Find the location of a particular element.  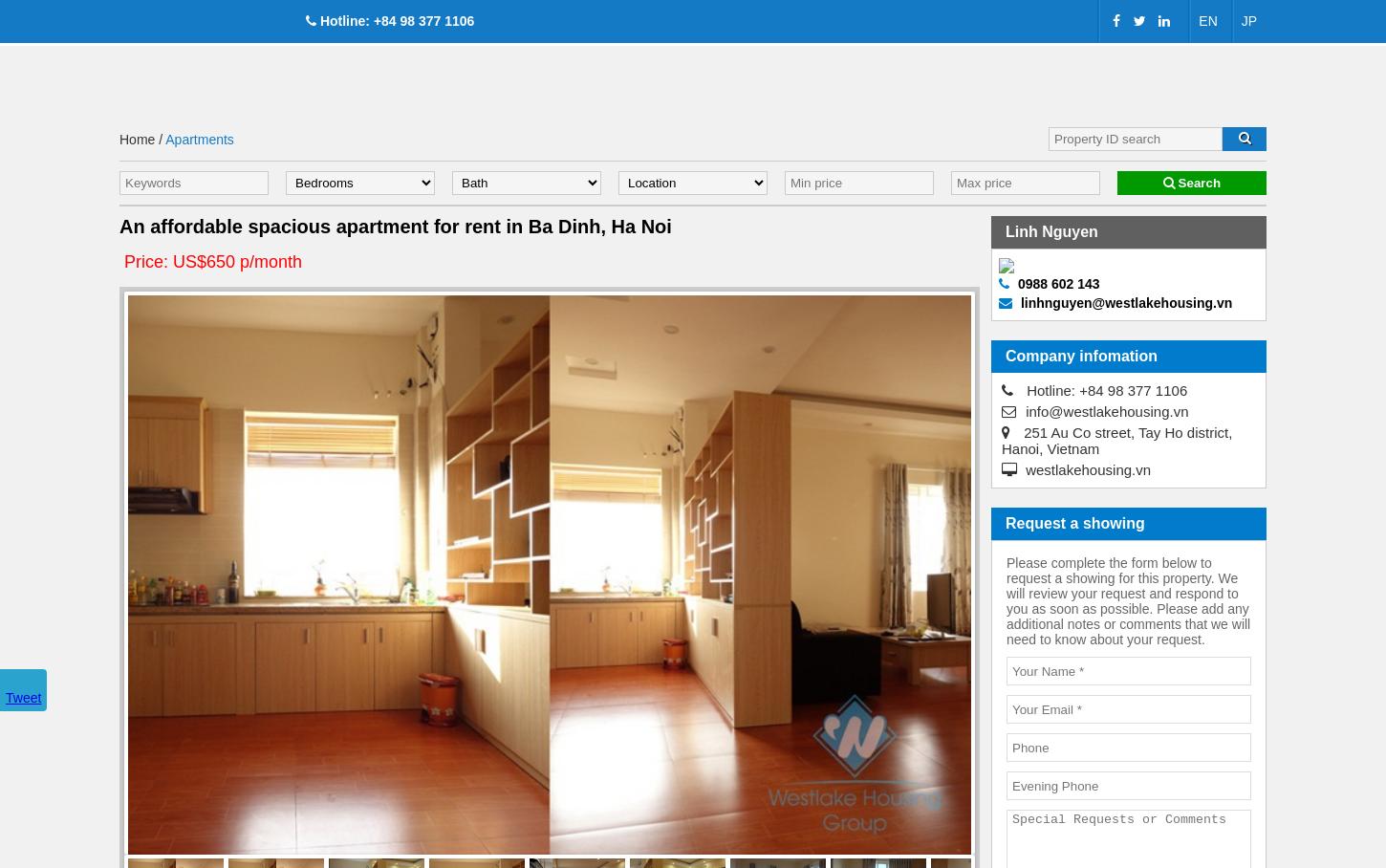

'Linh Nguyen' is located at coordinates (1050, 230).